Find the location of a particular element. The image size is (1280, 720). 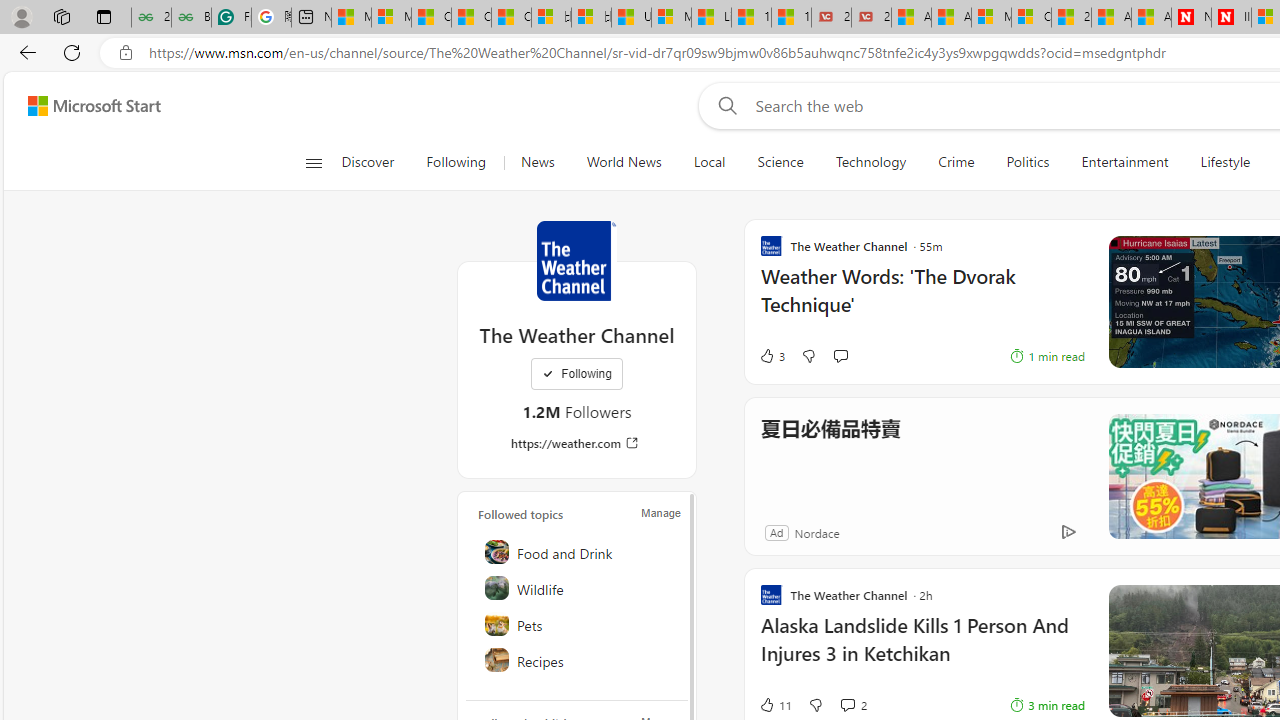

'11 Like' is located at coordinates (774, 703).